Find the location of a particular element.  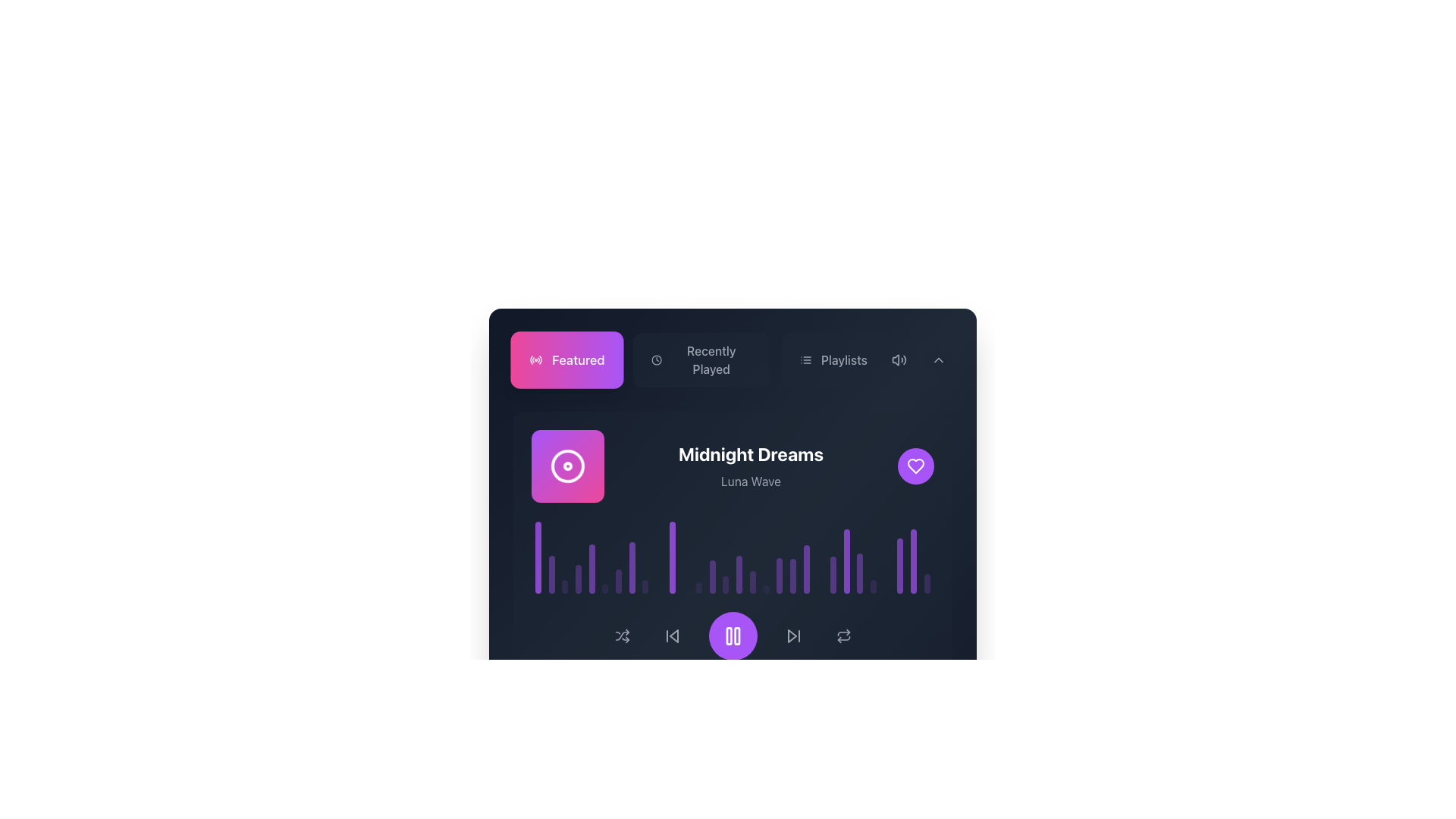

the pause button located centrally in the bottom control section of the interface to halt the playback of an audio or video track is located at coordinates (733, 636).